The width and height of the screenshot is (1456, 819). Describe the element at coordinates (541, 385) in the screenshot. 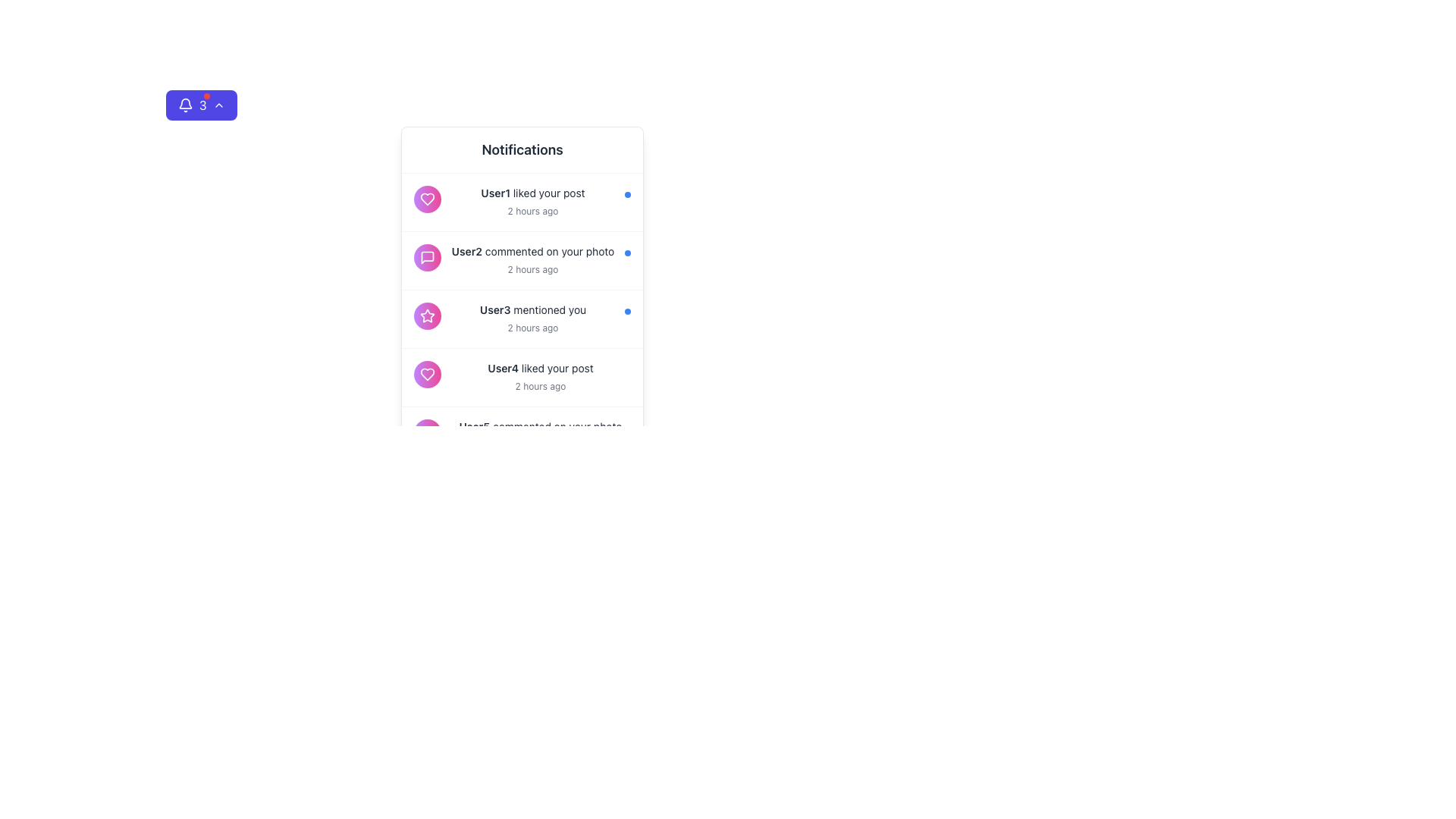

I see `timestamp displayed in the fourth notification from the top, which indicates the time elapsed since 'User4 liked your post'` at that location.